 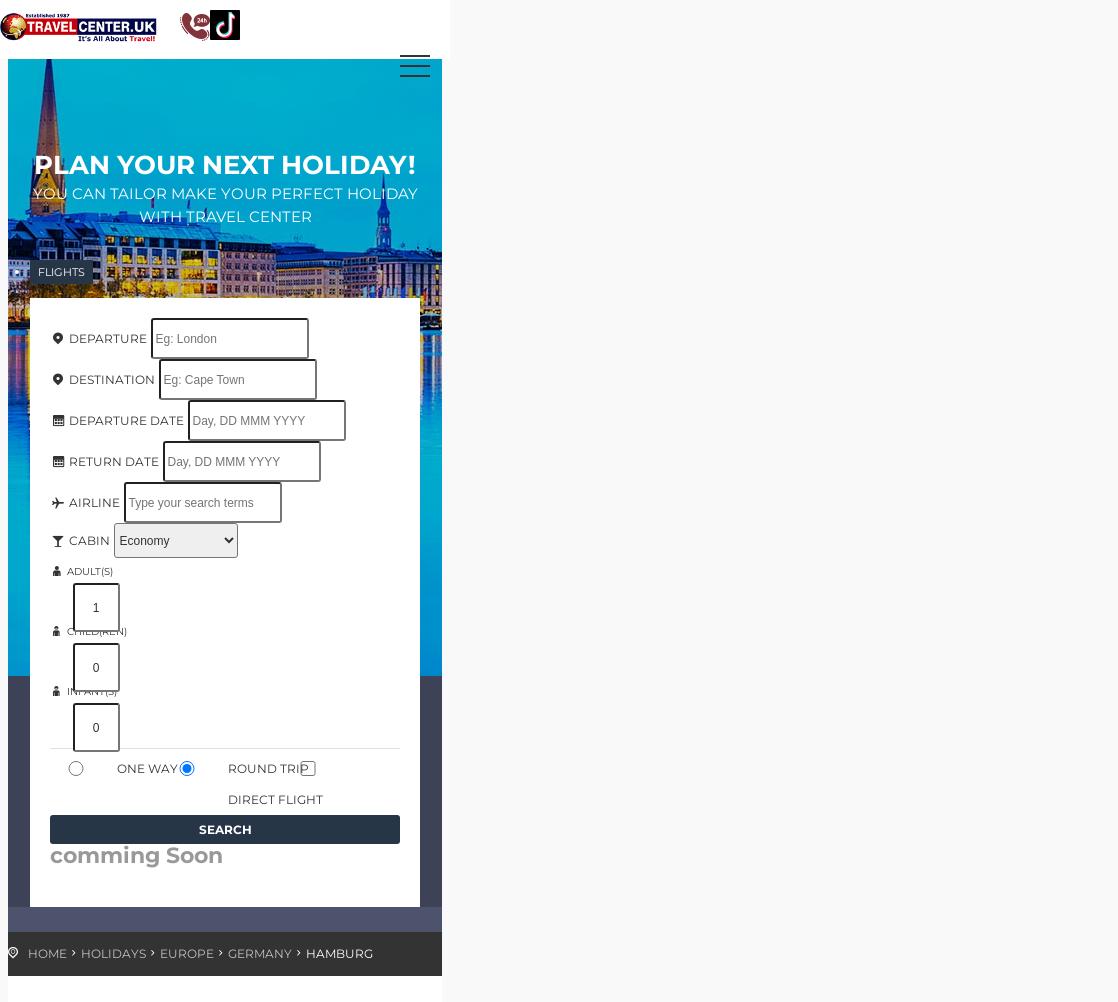 I want to click on 'Departure', so click(x=65, y=337).